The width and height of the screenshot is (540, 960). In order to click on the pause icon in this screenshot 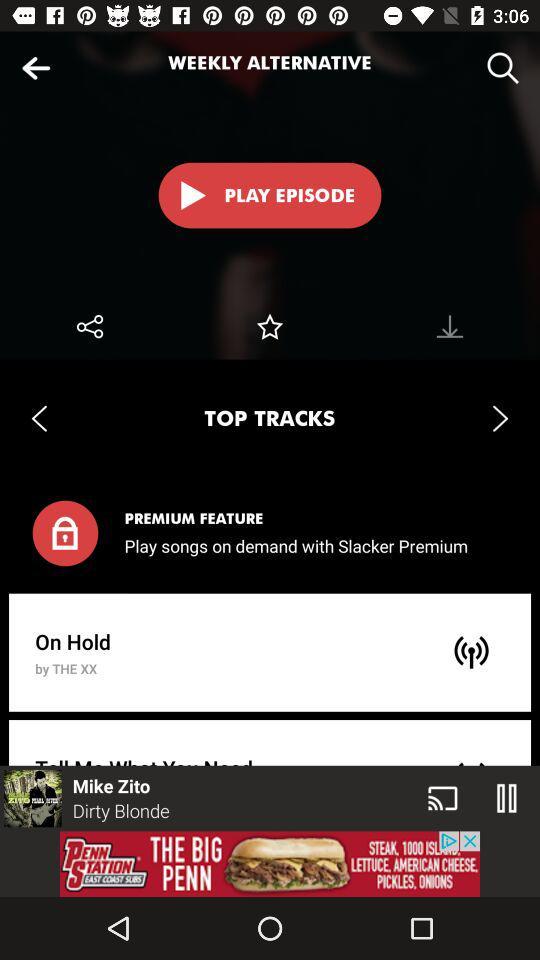, I will do `click(507, 798)`.